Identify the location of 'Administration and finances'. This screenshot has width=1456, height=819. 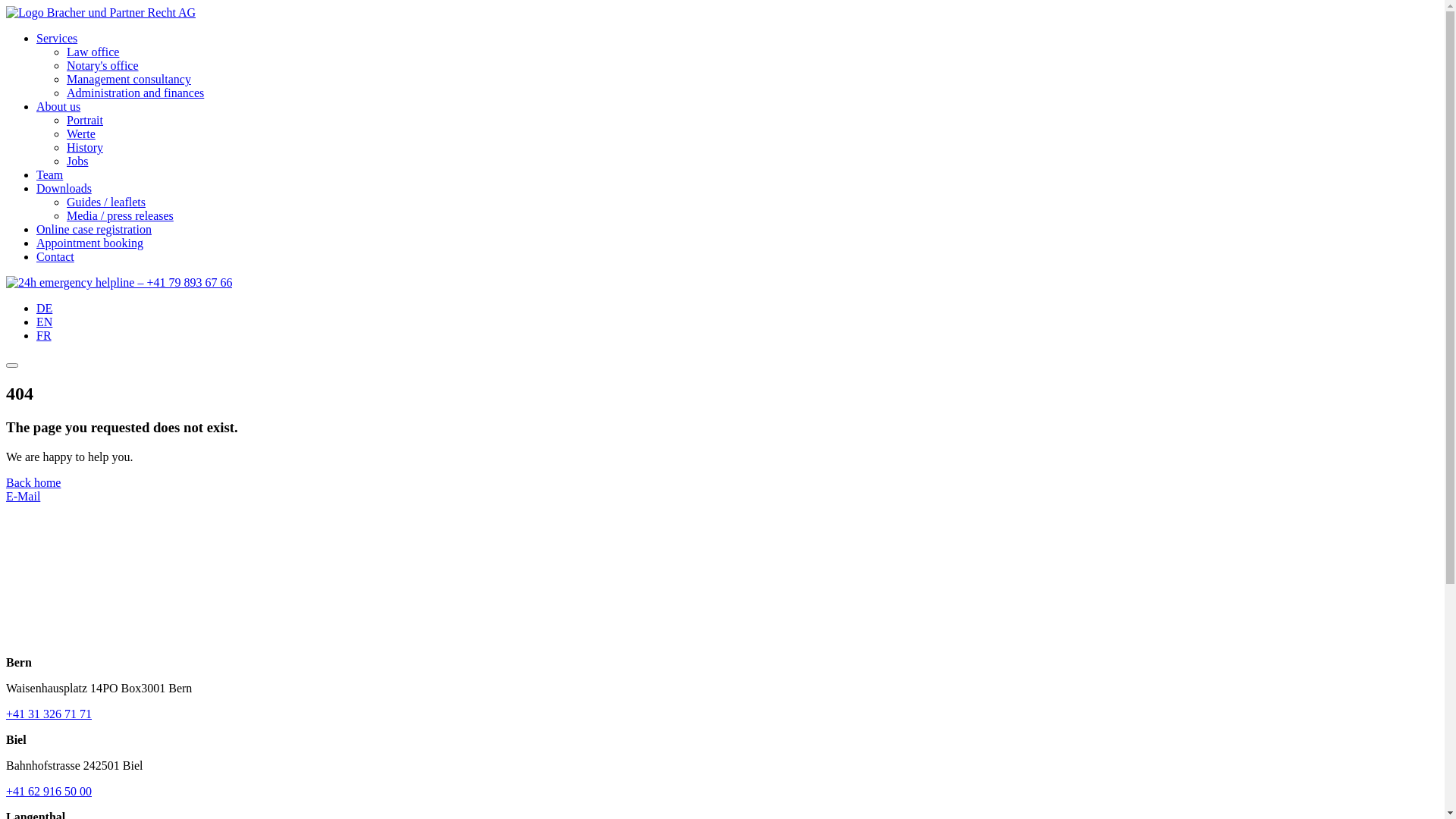
(135, 93).